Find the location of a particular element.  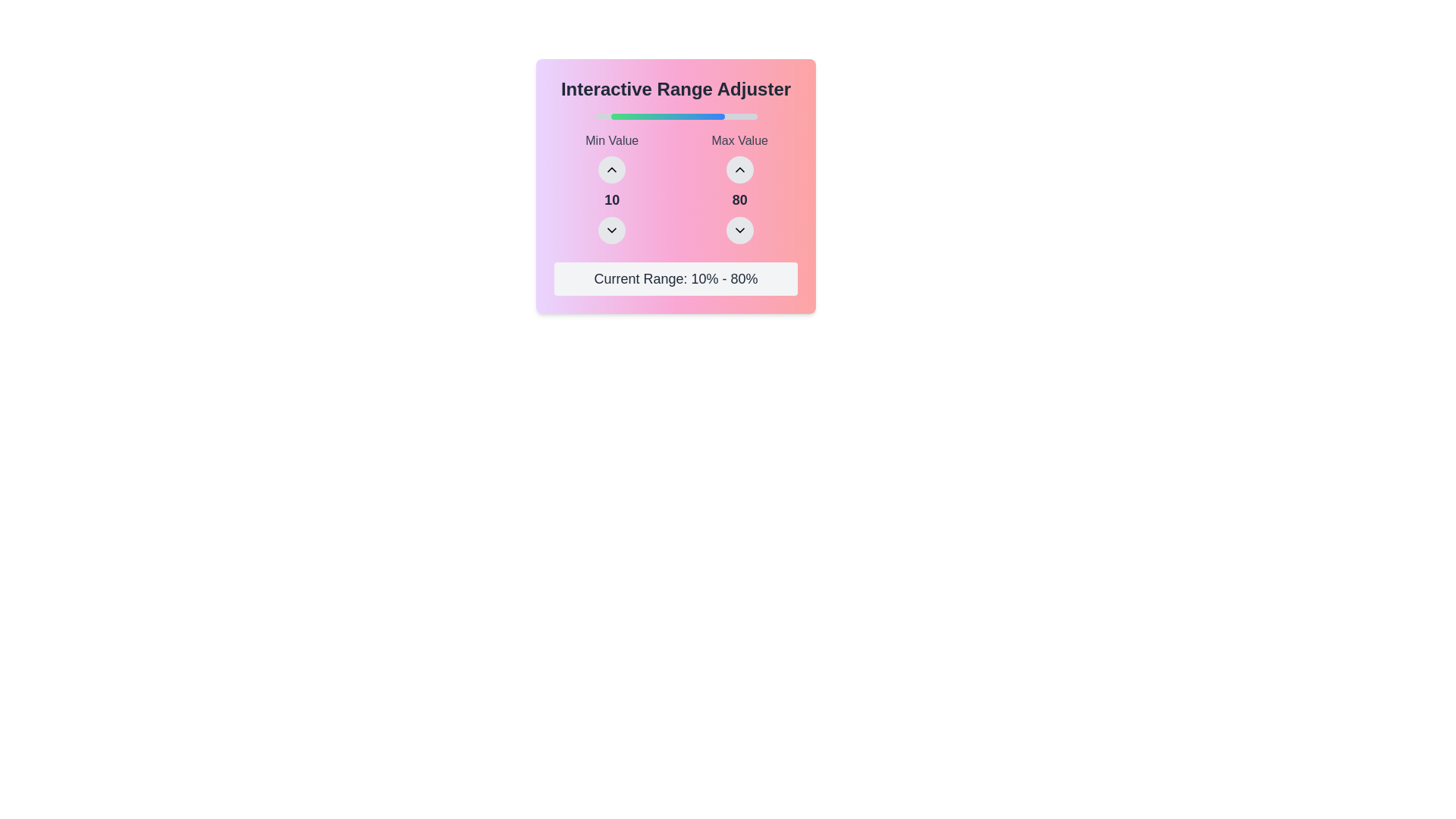

the numerical controls labeled 'Min Value' and 'Max Value' within the grid layout containing adjustment buttons is located at coordinates (675, 187).